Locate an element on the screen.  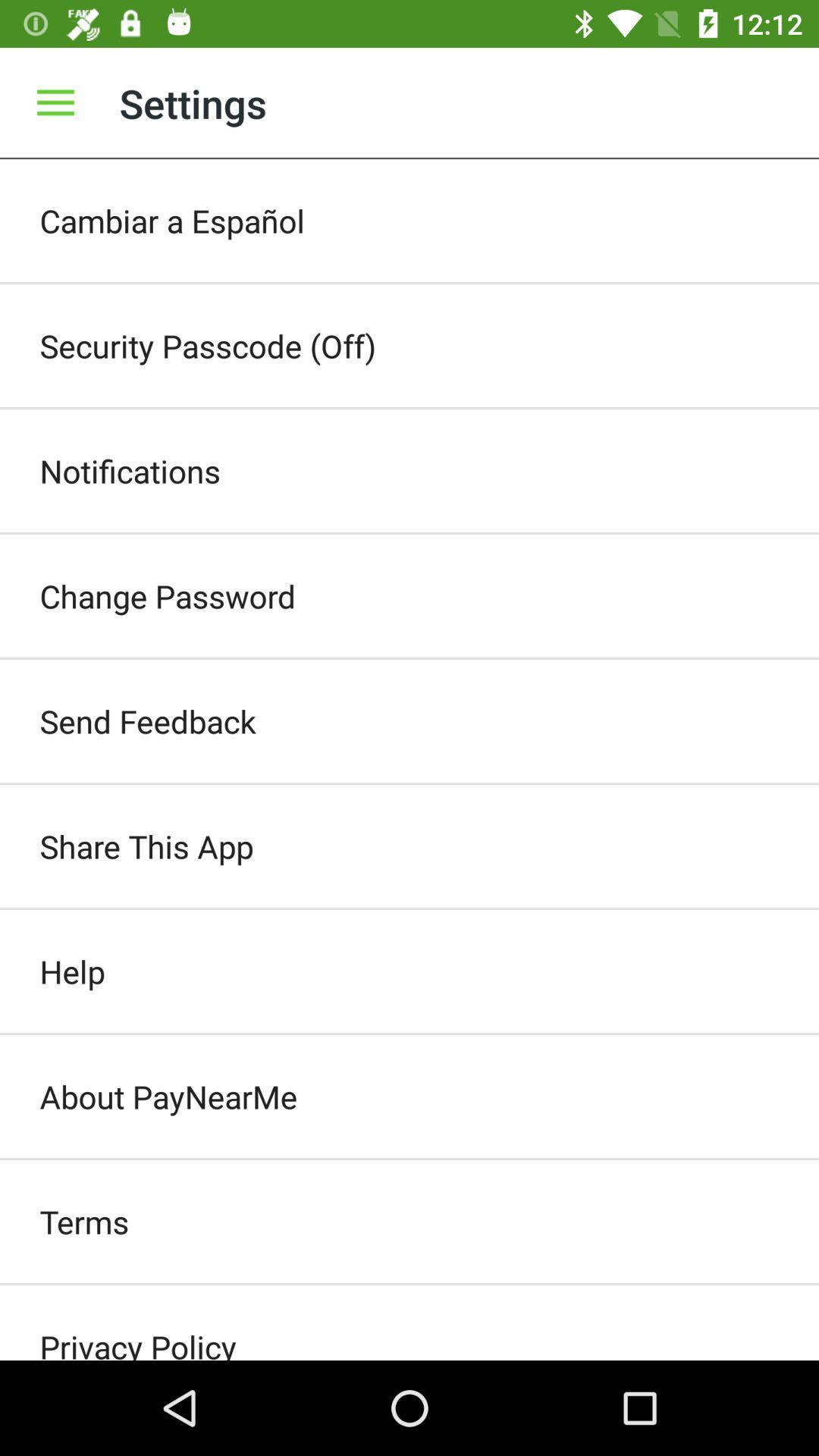
the icon above send feedback item is located at coordinates (409, 595).